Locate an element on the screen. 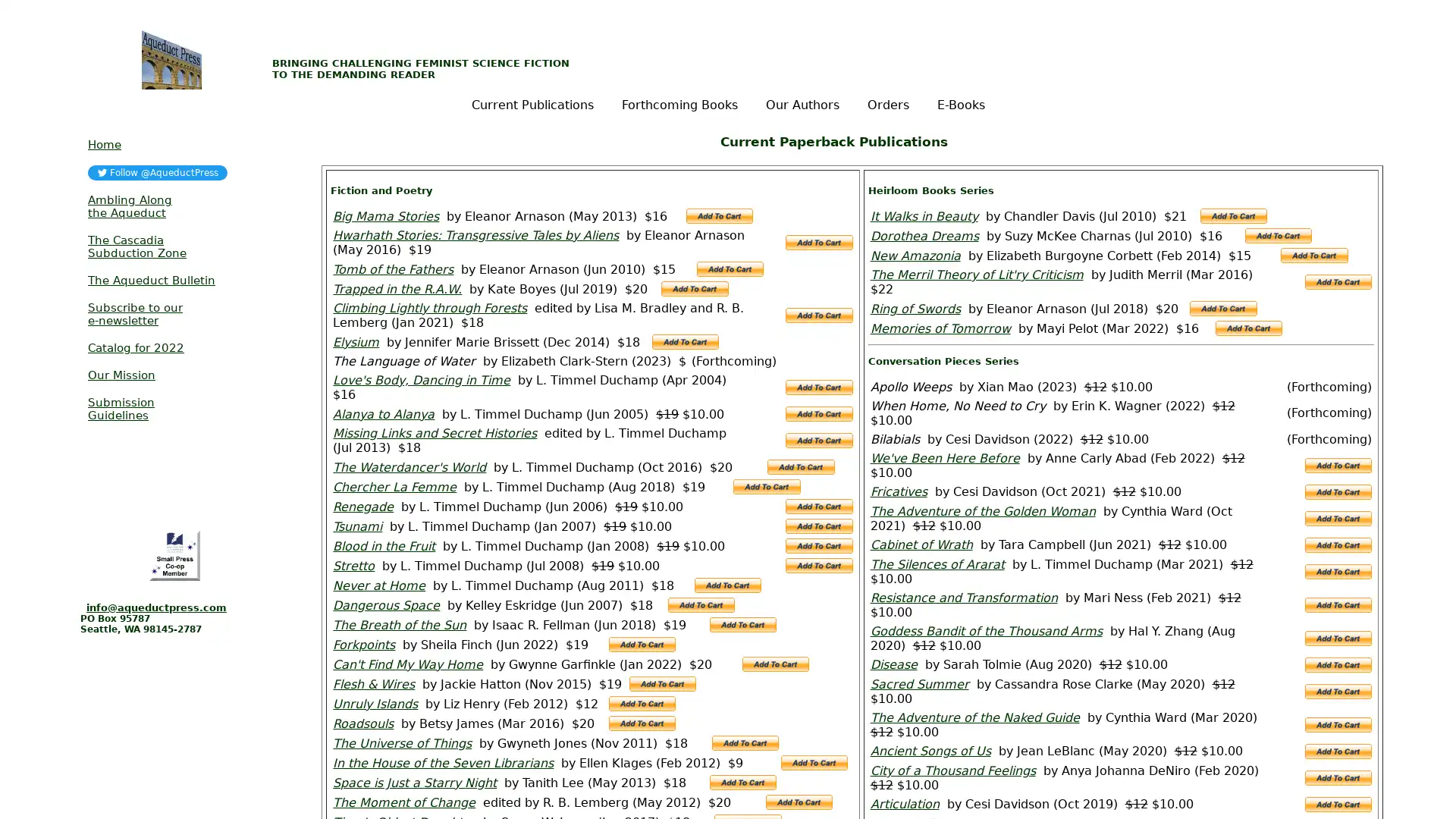 The image size is (1456, 819). Make payments with PayPal - it\'s fast, free and secure! is located at coordinates (775, 663).